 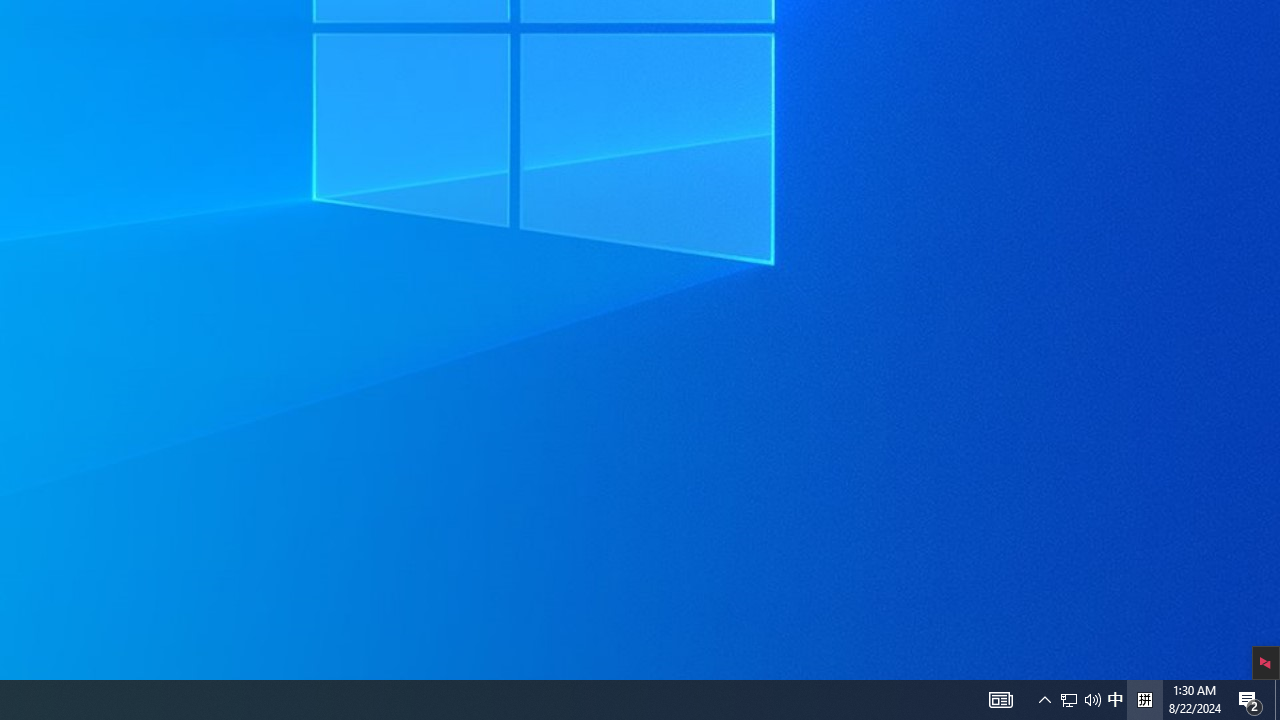 I want to click on 'Tray Input Indicator - Chinese (Simplified, China)', so click(x=1079, y=698).